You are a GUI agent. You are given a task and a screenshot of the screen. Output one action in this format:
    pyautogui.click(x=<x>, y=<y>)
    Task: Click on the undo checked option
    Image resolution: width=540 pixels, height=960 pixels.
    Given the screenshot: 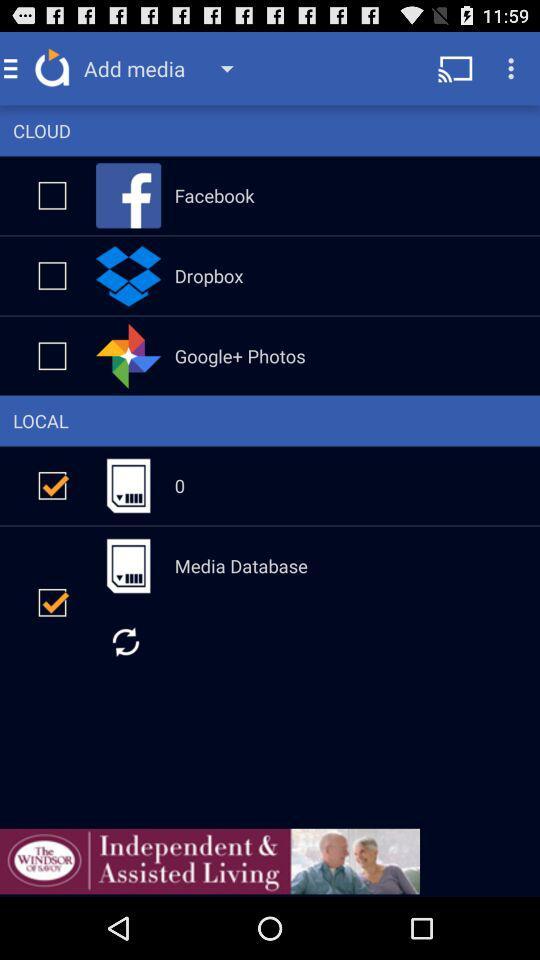 What is the action you would take?
    pyautogui.click(x=52, y=601)
    